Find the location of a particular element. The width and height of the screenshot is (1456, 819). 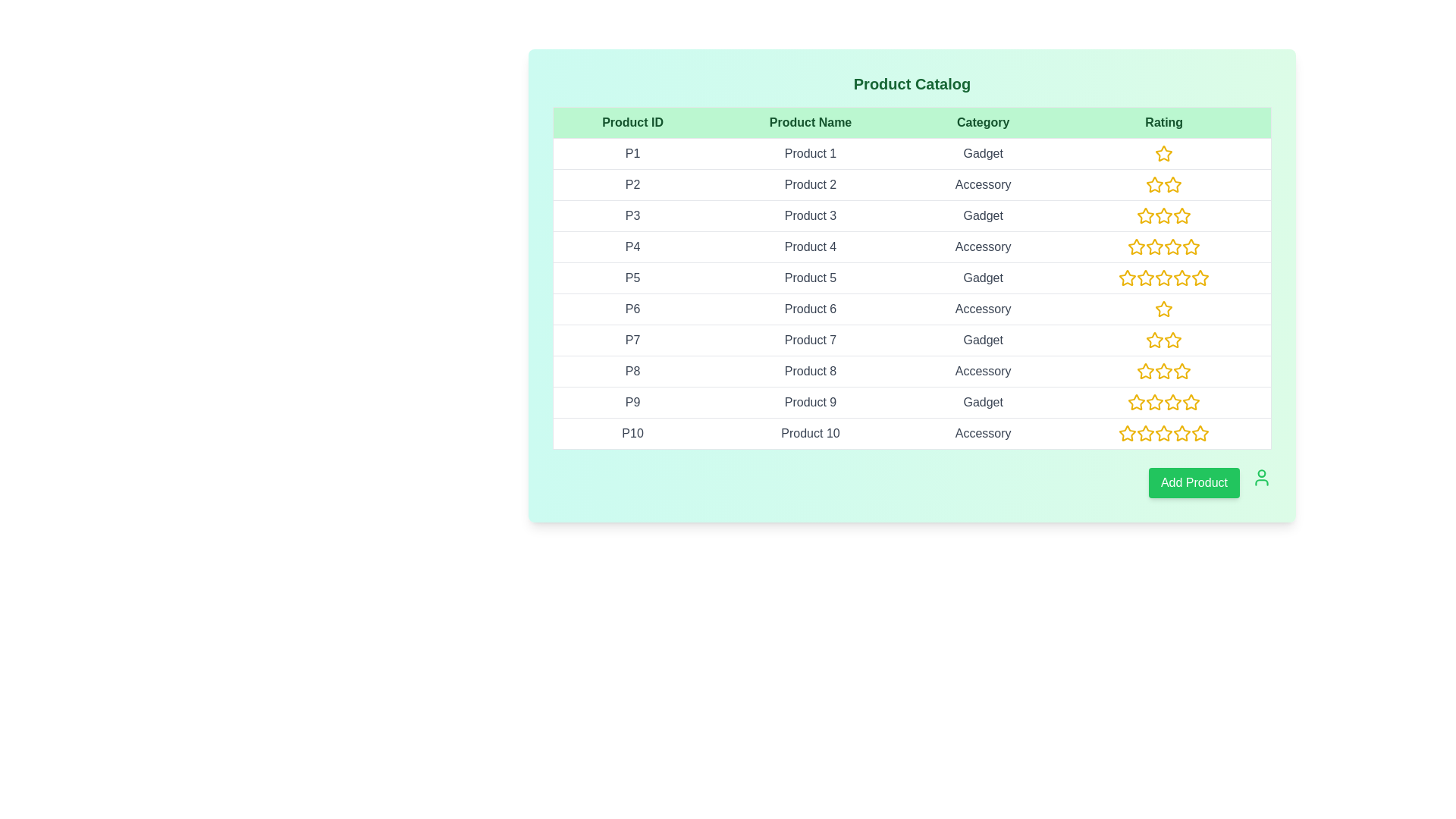

the table header Product Name to sort the table by that column is located at coordinates (810, 122).